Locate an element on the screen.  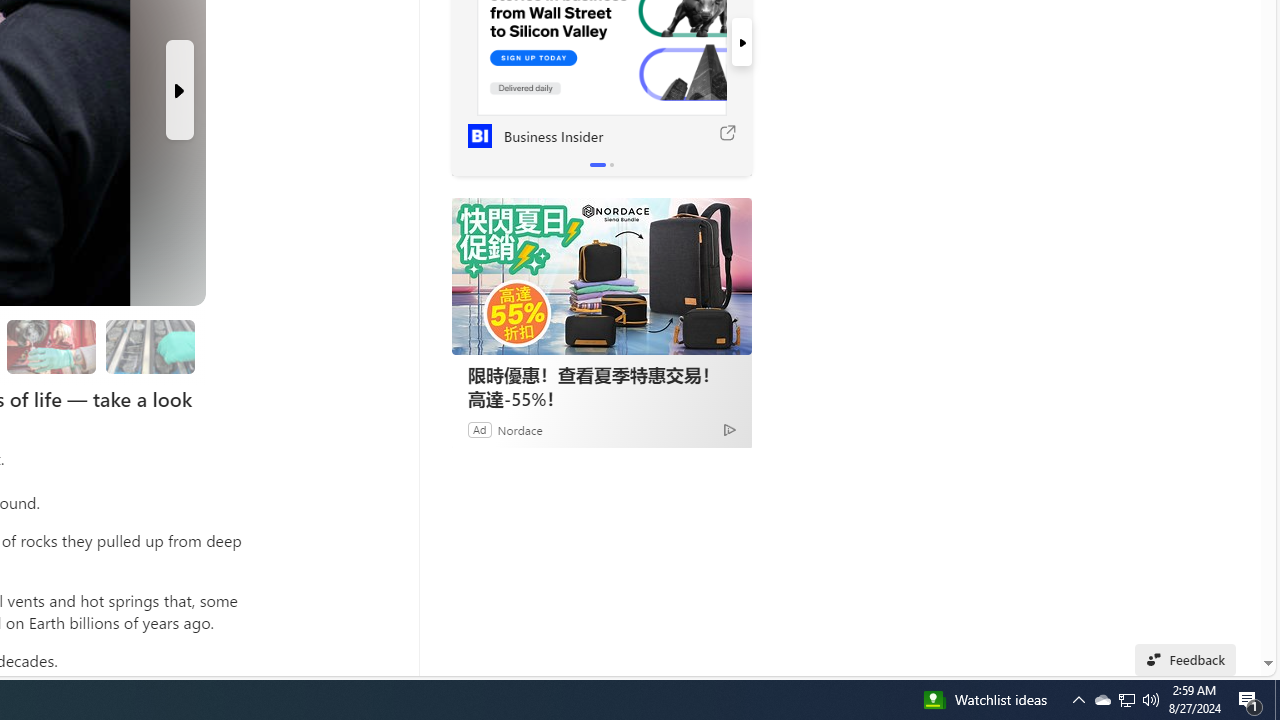
'Researchers are still studying the samples' is located at coordinates (149, 346).